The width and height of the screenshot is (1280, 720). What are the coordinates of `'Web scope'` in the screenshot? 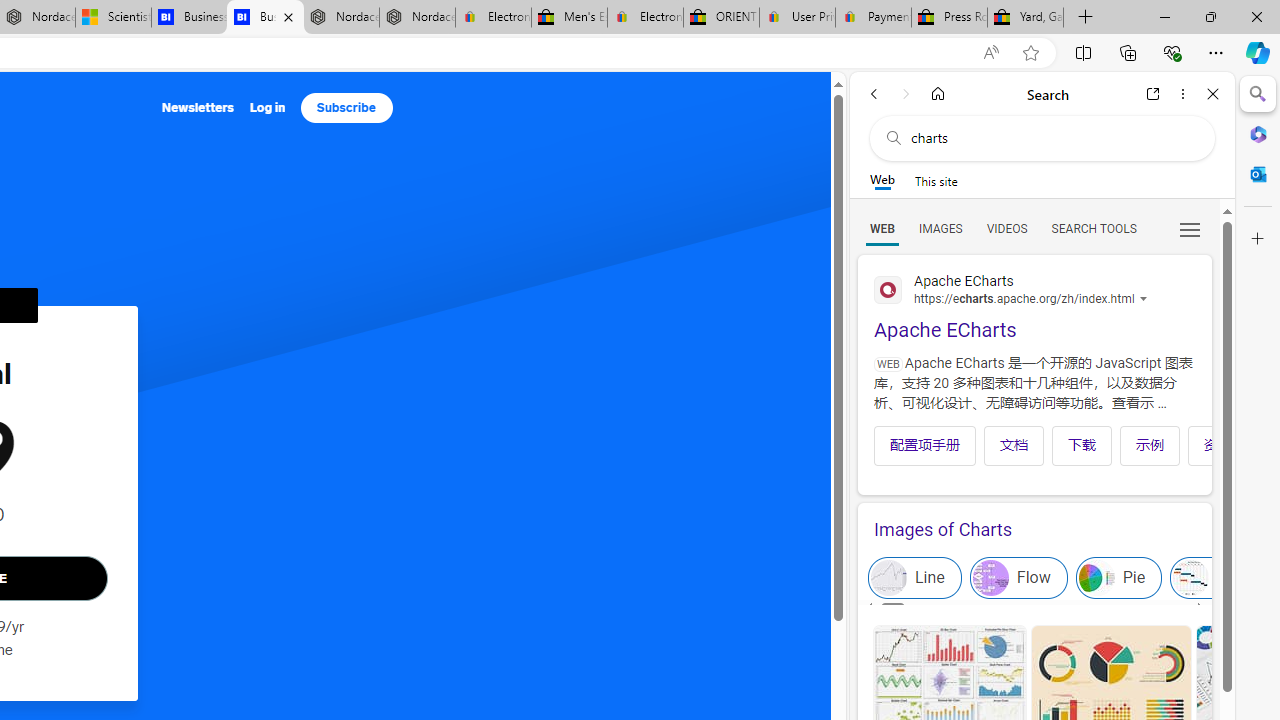 It's located at (881, 180).